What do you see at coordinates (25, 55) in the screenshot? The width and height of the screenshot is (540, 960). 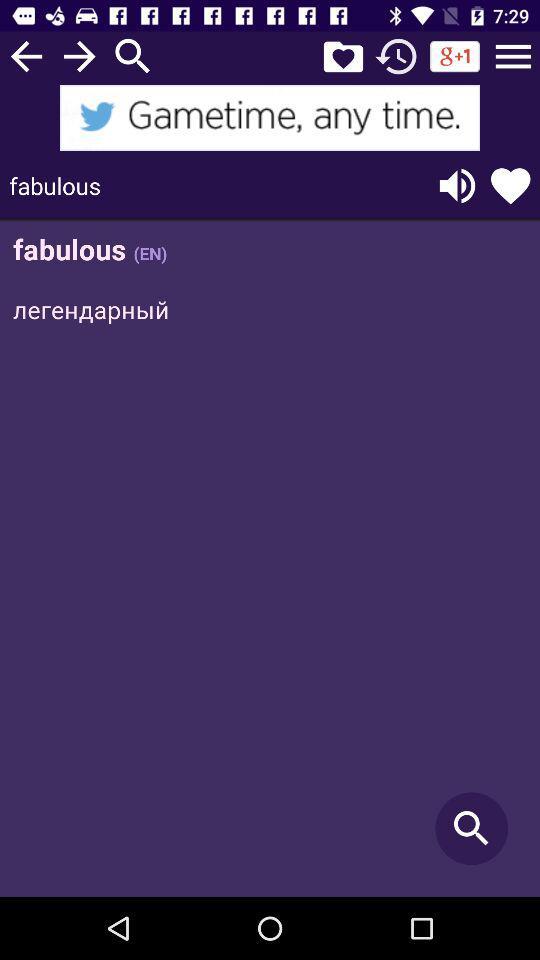 I see `back option` at bounding box center [25, 55].